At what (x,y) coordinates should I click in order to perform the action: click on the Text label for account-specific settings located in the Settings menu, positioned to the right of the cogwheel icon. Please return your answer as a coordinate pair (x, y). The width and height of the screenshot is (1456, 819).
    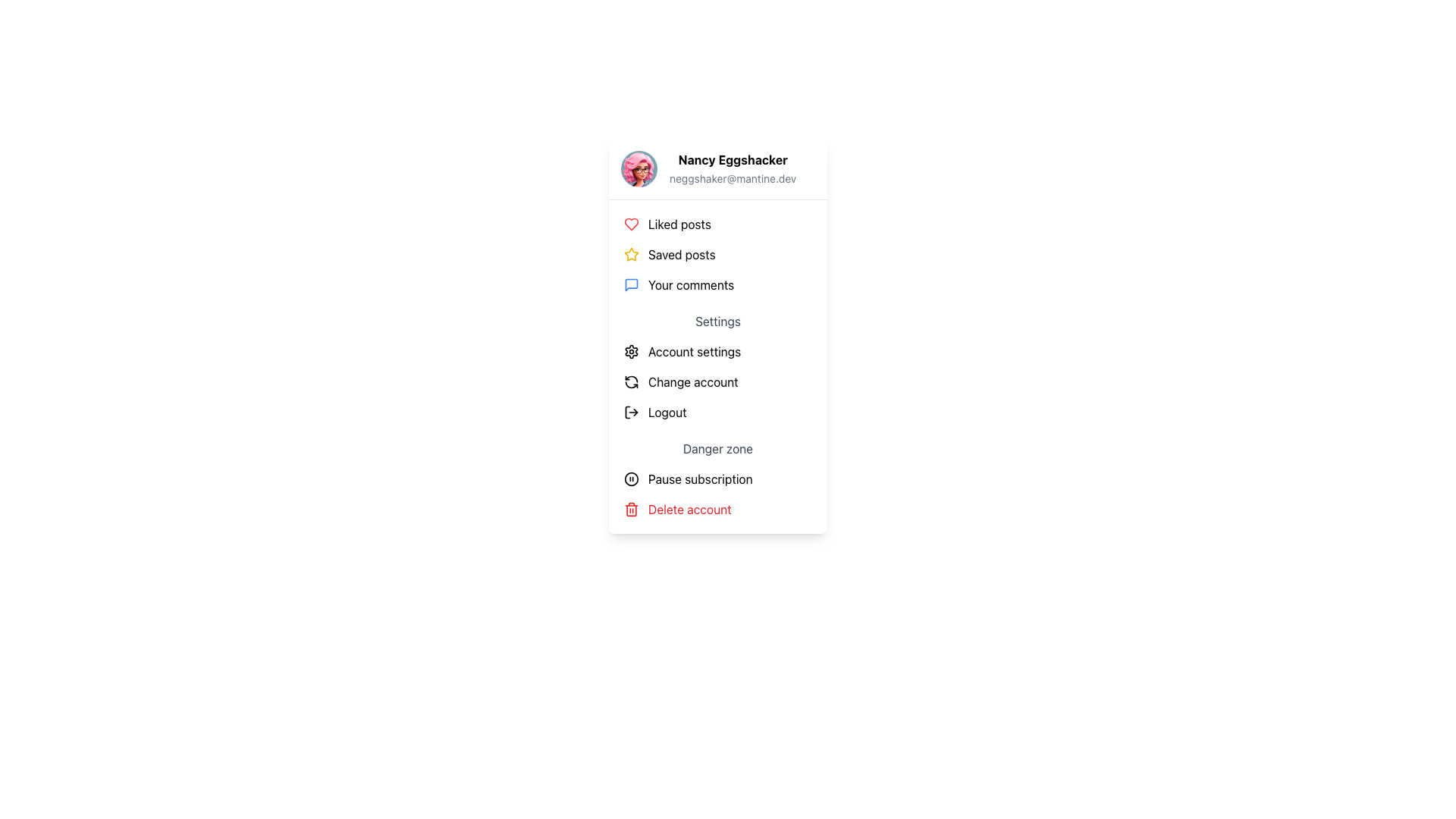
    Looking at the image, I should click on (694, 351).